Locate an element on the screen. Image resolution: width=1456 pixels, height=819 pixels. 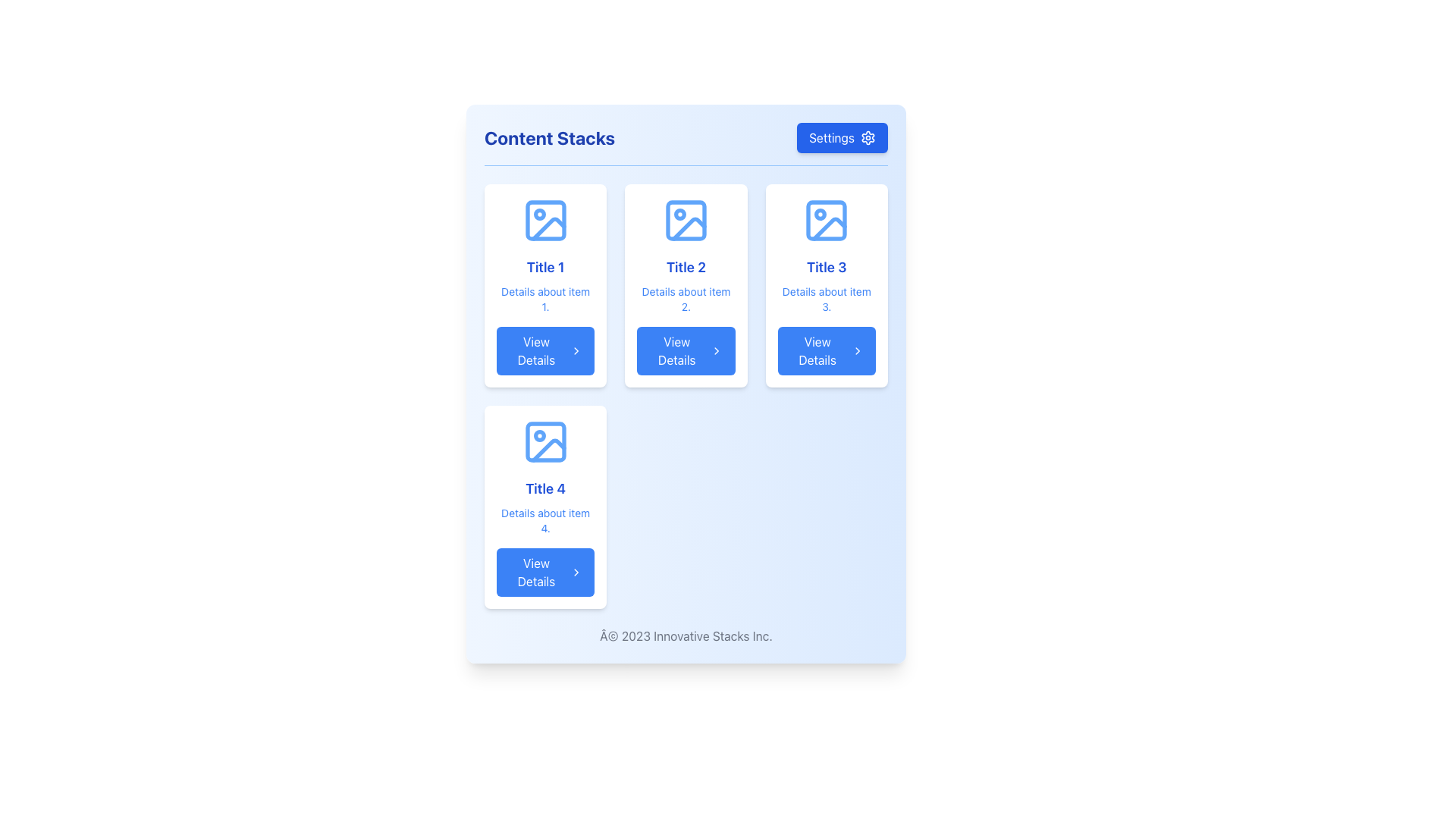
the small circular SVG element inside the second card labeled 'Title 2' in the grid of items, which is part of an icon positioned at the top of the card is located at coordinates (679, 214).